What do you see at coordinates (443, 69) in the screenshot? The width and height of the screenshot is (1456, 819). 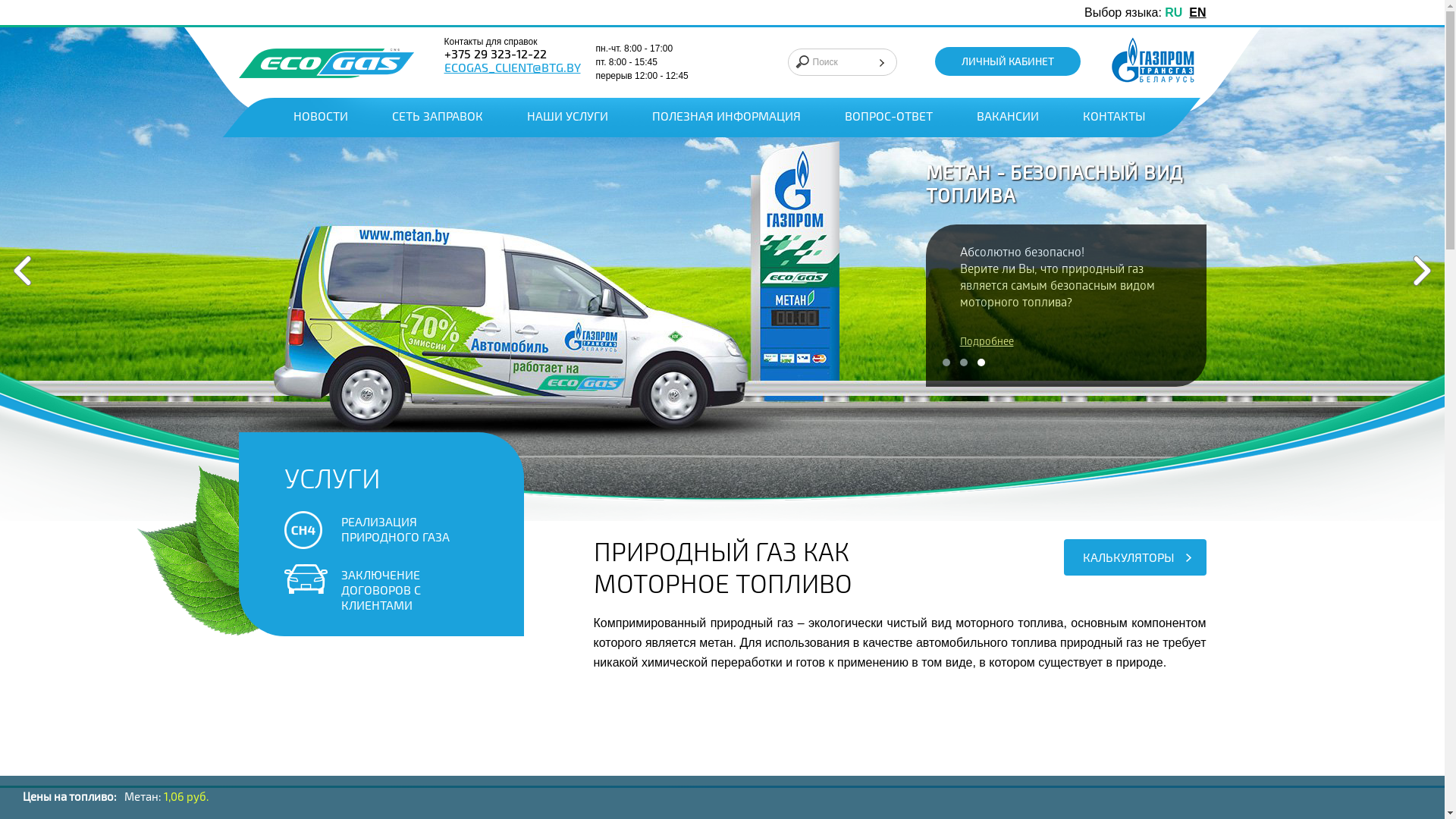 I see `'ECOGAS_CLIENT@BTG.BY'` at bounding box center [443, 69].